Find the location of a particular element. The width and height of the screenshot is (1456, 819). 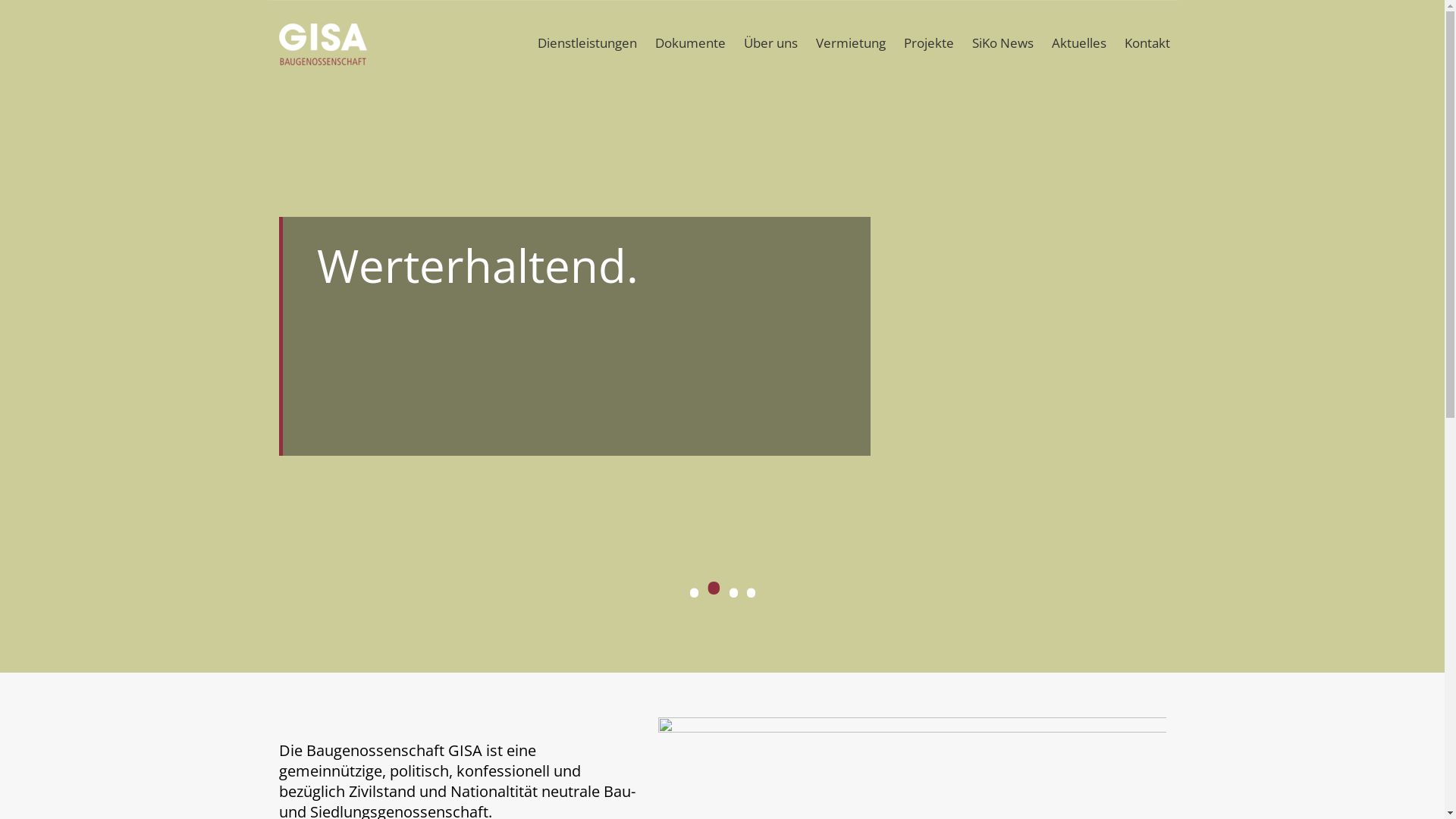

'Projekte' is located at coordinates (927, 42).